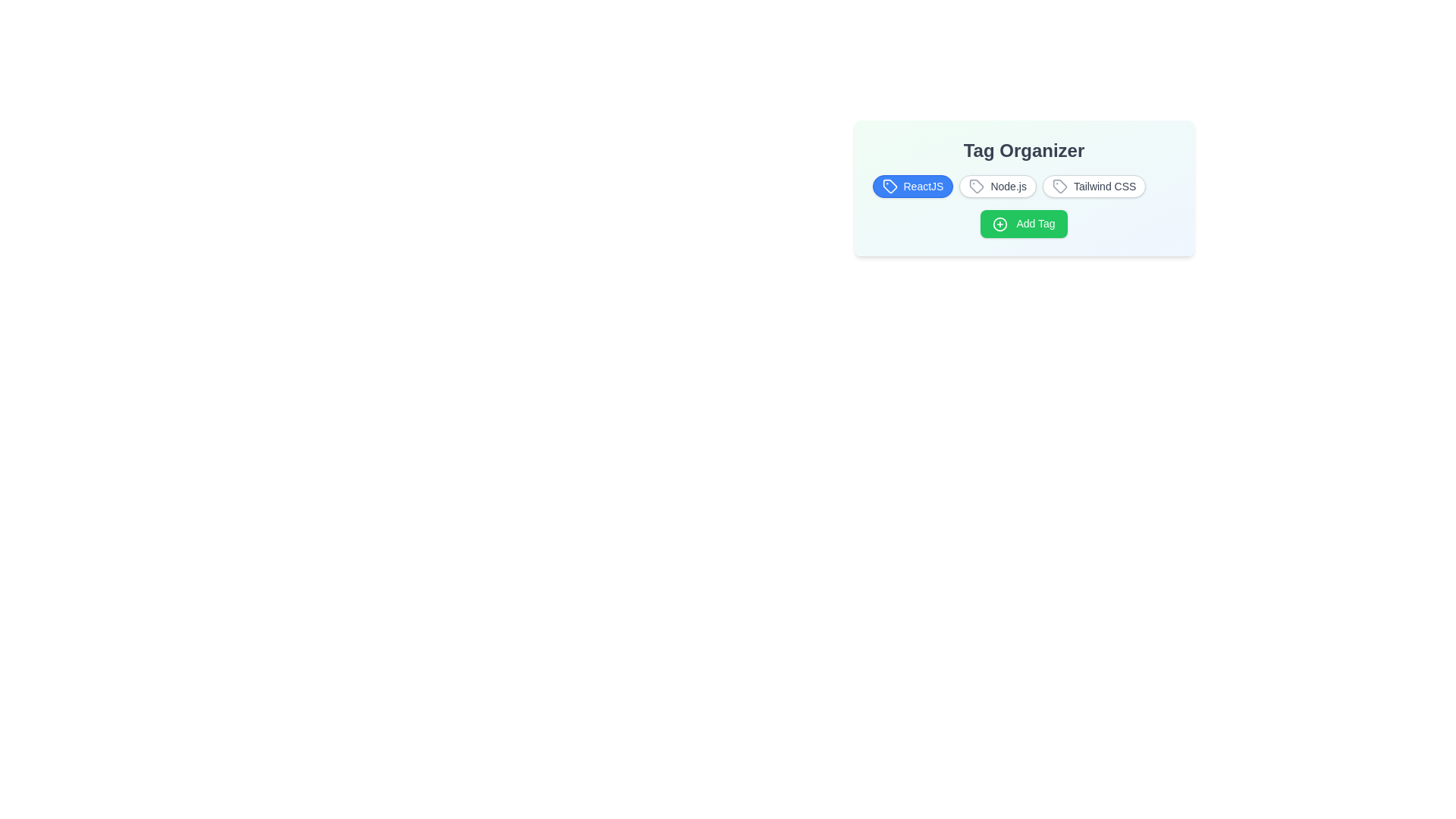  Describe the element at coordinates (998, 186) in the screenshot. I see `the tag Node.js` at that location.